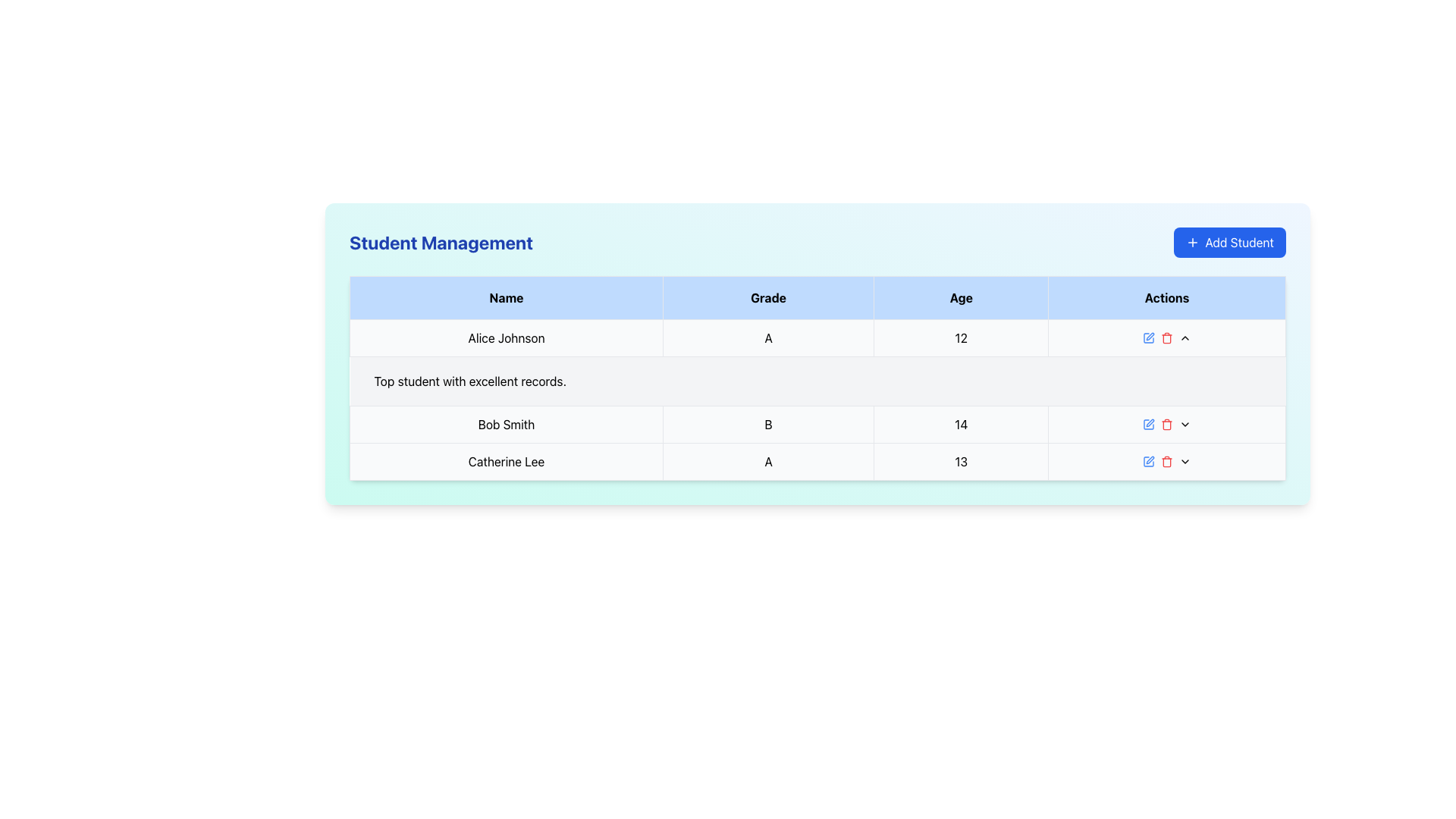  What do you see at coordinates (506, 461) in the screenshot?
I see `the text label displaying the name 'Catherine Lee' located in the fourth row of the table under the 'Name' column` at bounding box center [506, 461].